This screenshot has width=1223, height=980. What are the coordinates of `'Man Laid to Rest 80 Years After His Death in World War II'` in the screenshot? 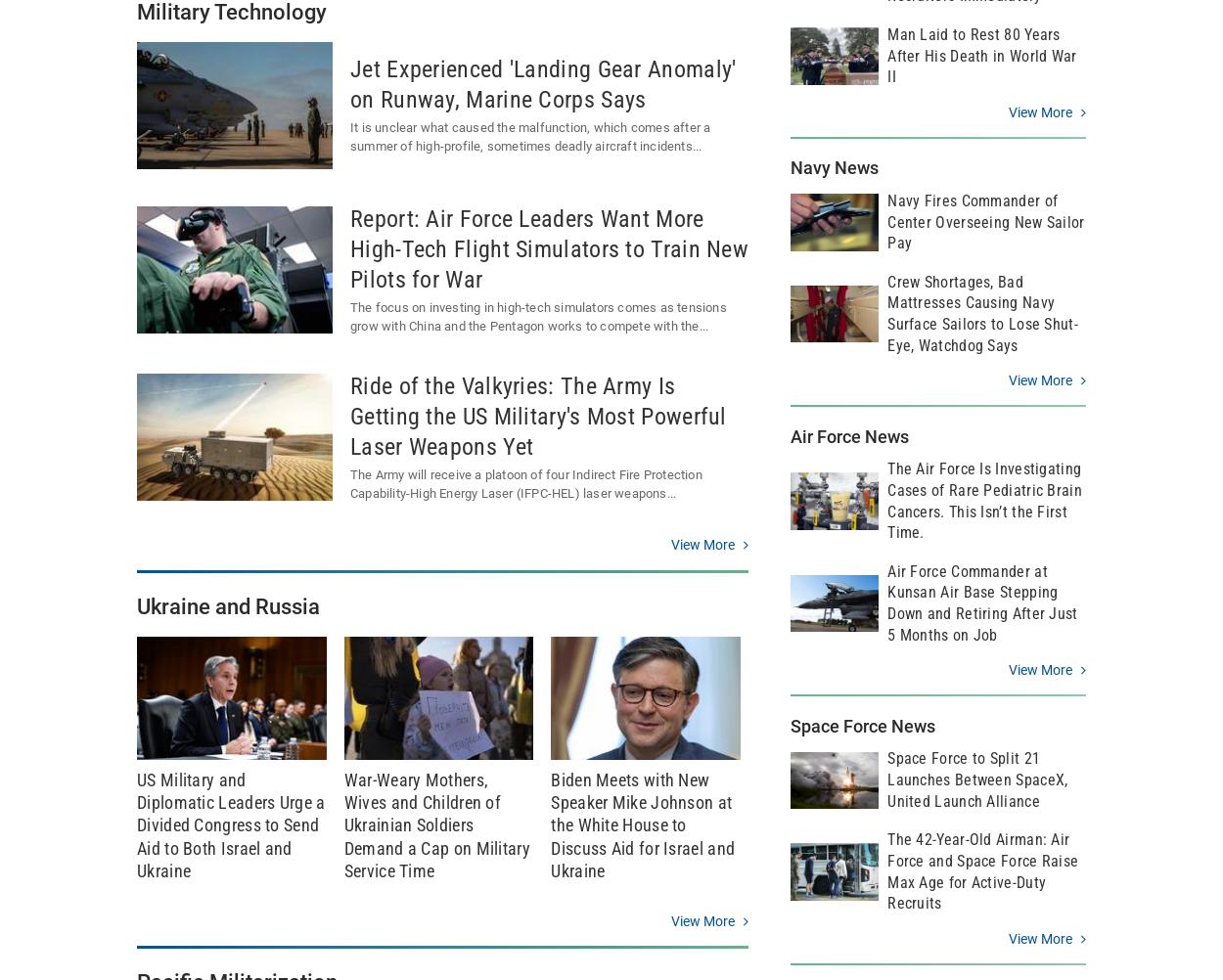 It's located at (981, 56).